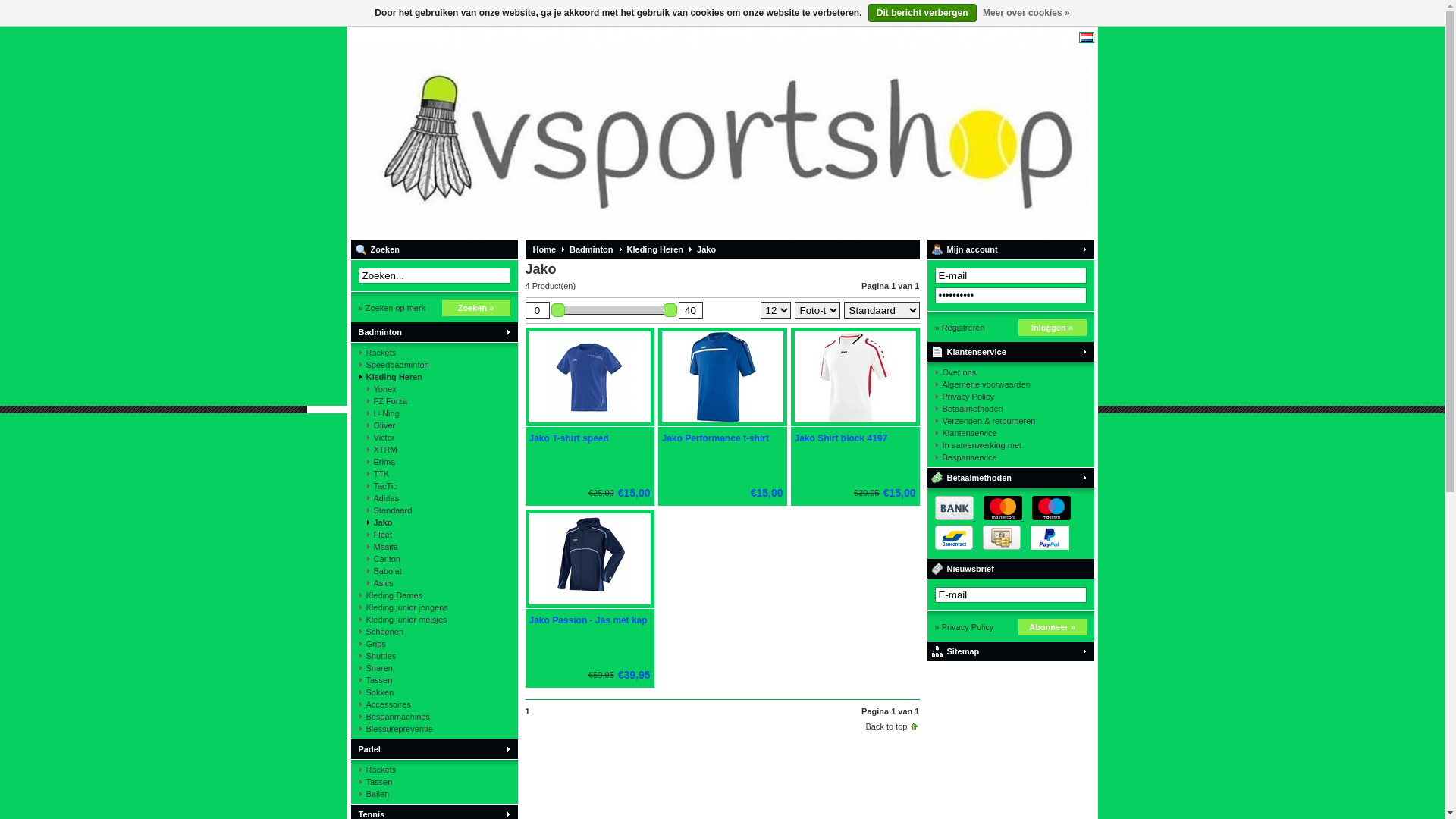  Describe the element at coordinates (432, 717) in the screenshot. I see `'Bespanmachines'` at that location.